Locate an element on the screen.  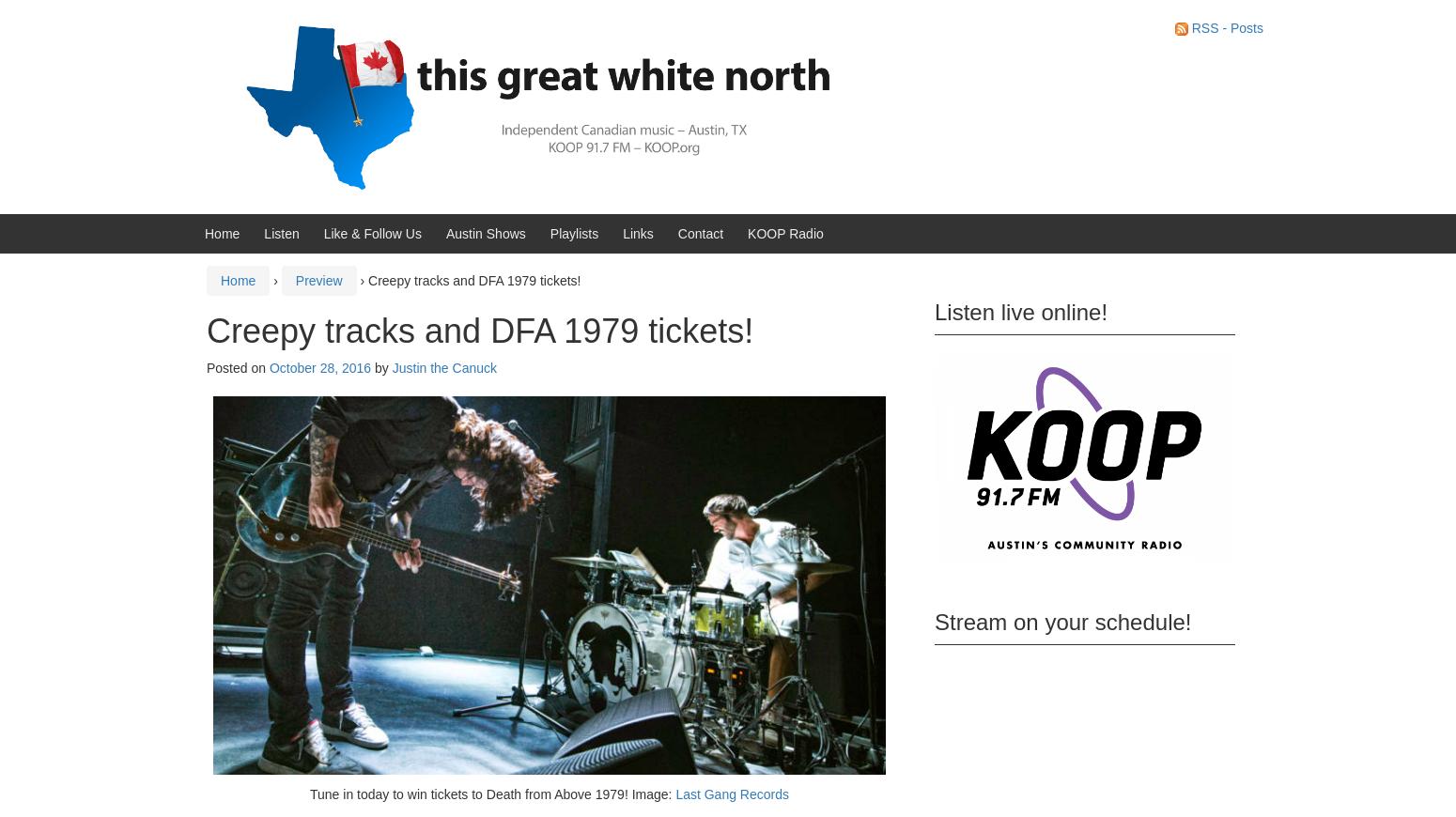
'Listen' is located at coordinates (281, 233).